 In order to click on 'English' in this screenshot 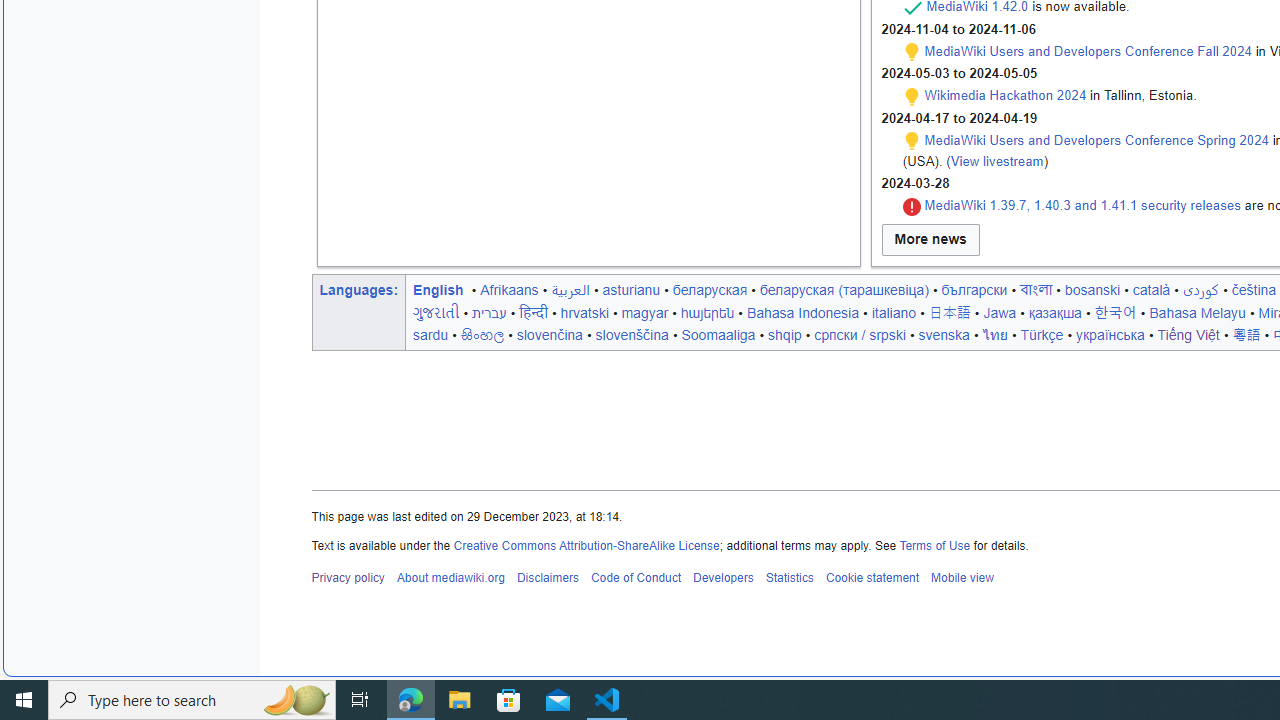, I will do `click(437, 289)`.